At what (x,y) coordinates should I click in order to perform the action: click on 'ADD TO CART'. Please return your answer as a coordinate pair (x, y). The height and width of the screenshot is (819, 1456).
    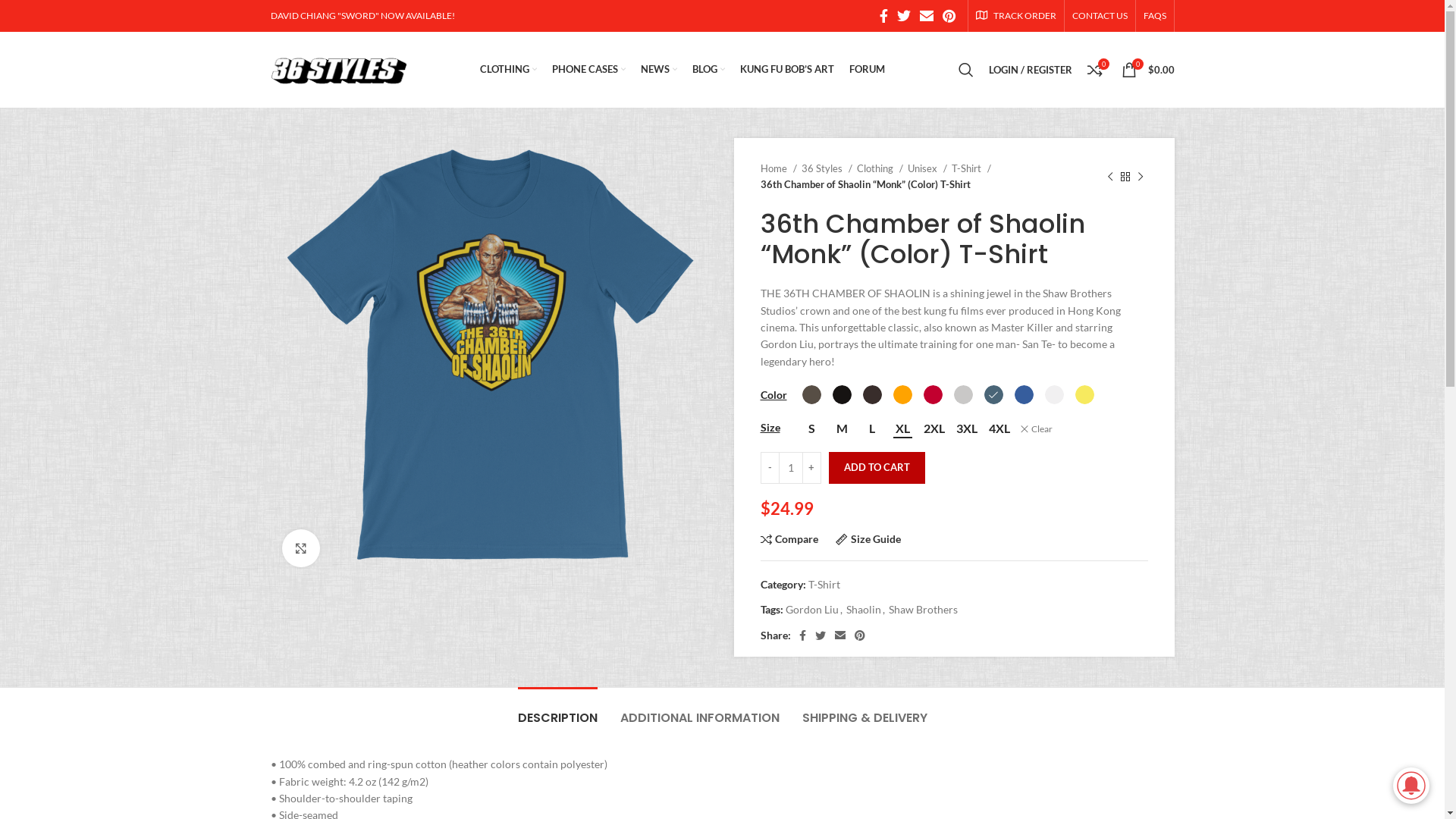
    Looking at the image, I should click on (876, 467).